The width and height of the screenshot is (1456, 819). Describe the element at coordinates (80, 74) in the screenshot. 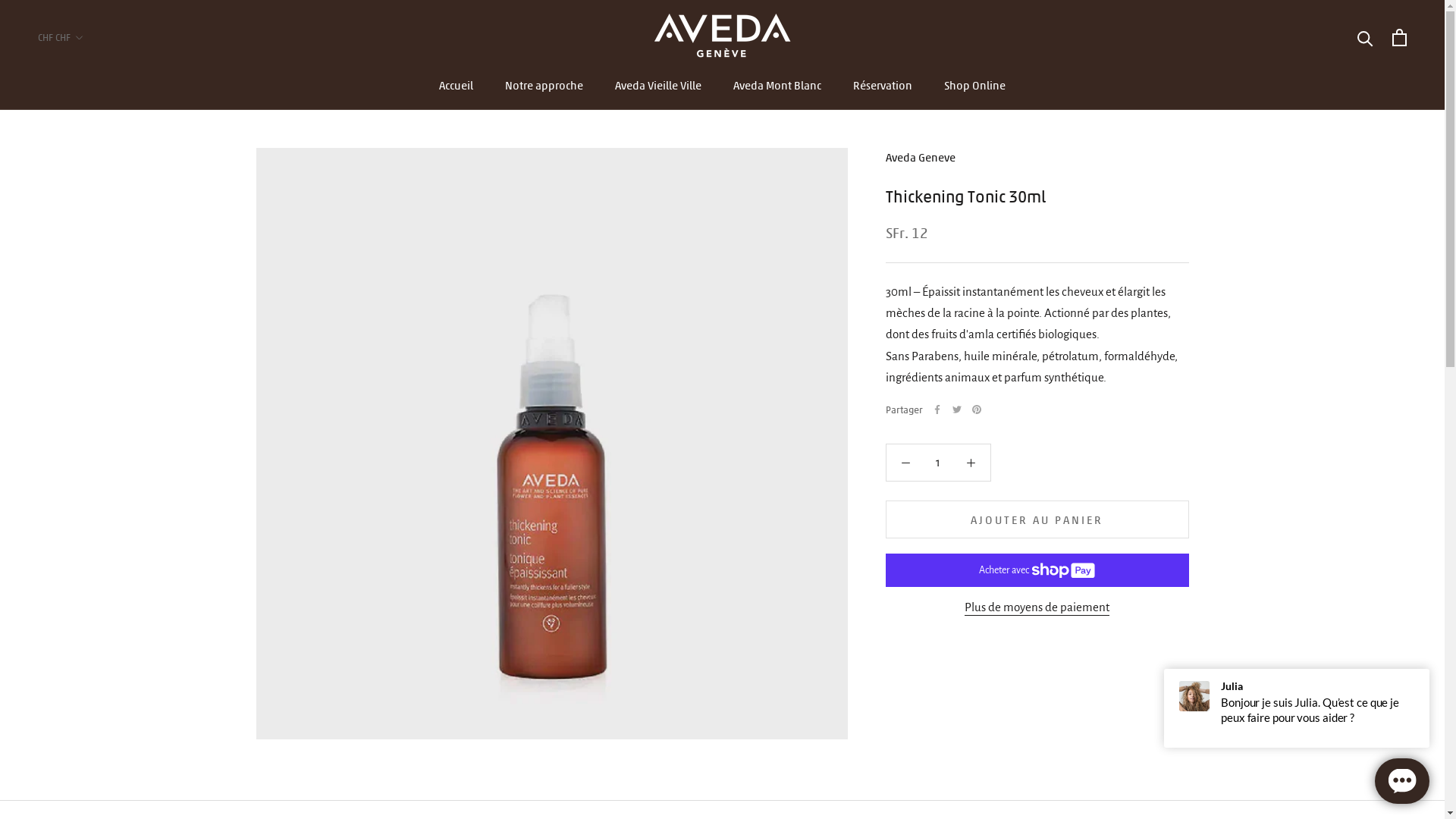

I see `'AED'` at that location.